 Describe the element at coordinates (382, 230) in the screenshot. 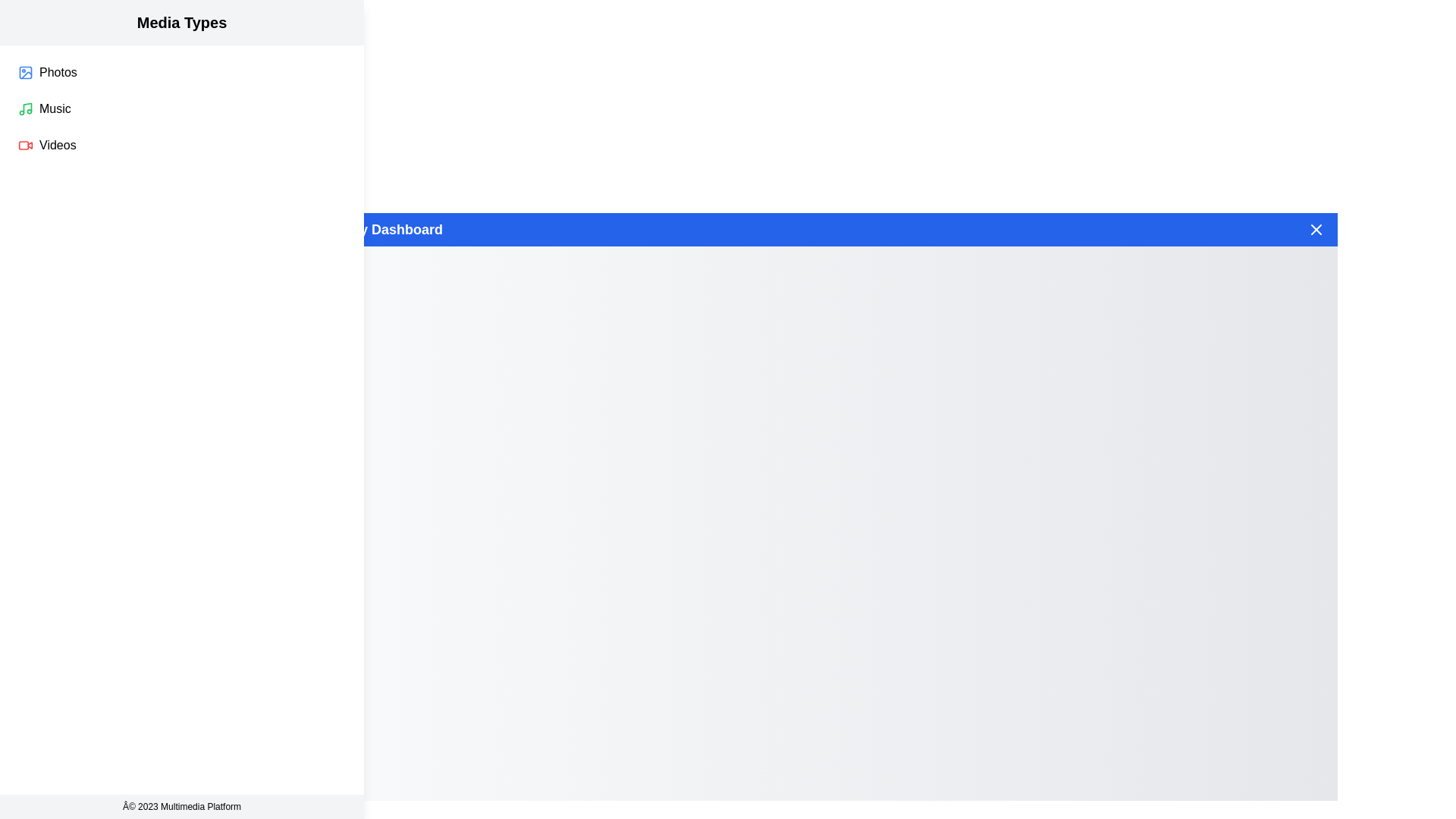

I see `the 'Gallery Dashboard' text label, which is styled in large bold white font on a blue background, positioned at the center-top of the interface and aligned to the left` at that location.